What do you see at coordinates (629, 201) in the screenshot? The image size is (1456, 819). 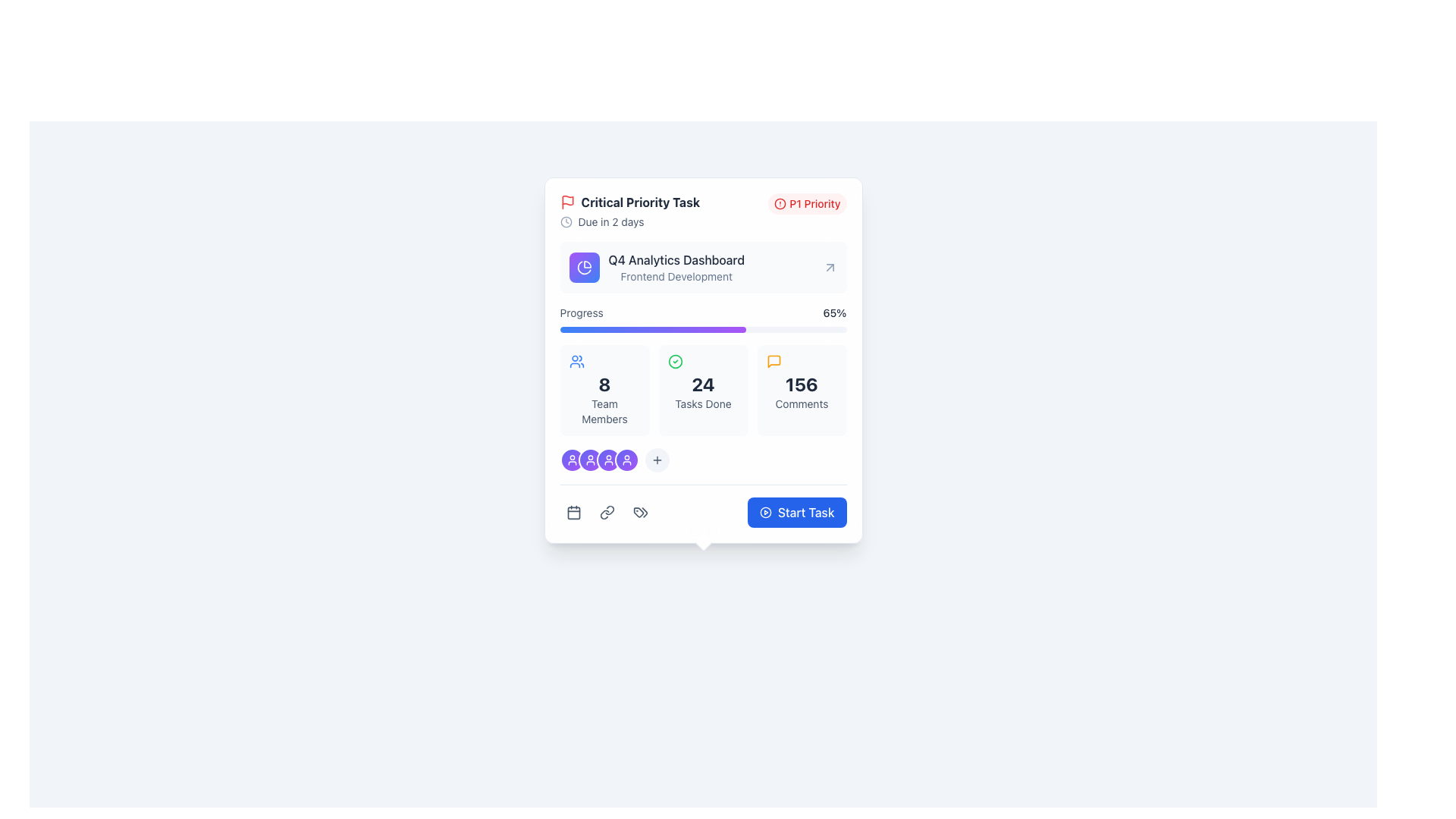 I see `text of the high priority task title label located at the top-left corner of the card layout` at bounding box center [629, 201].